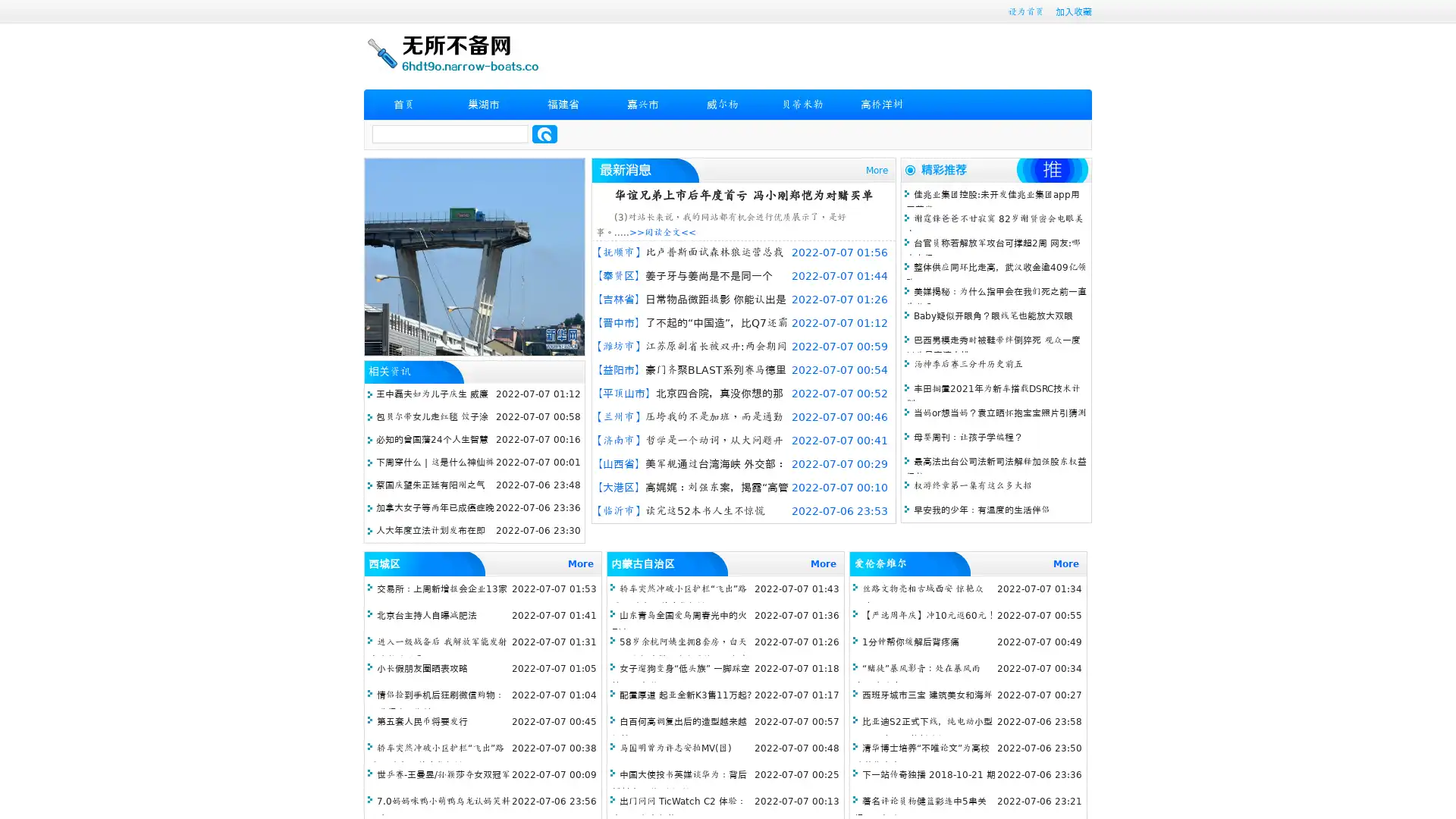 This screenshot has height=819, width=1456. I want to click on Search, so click(544, 133).